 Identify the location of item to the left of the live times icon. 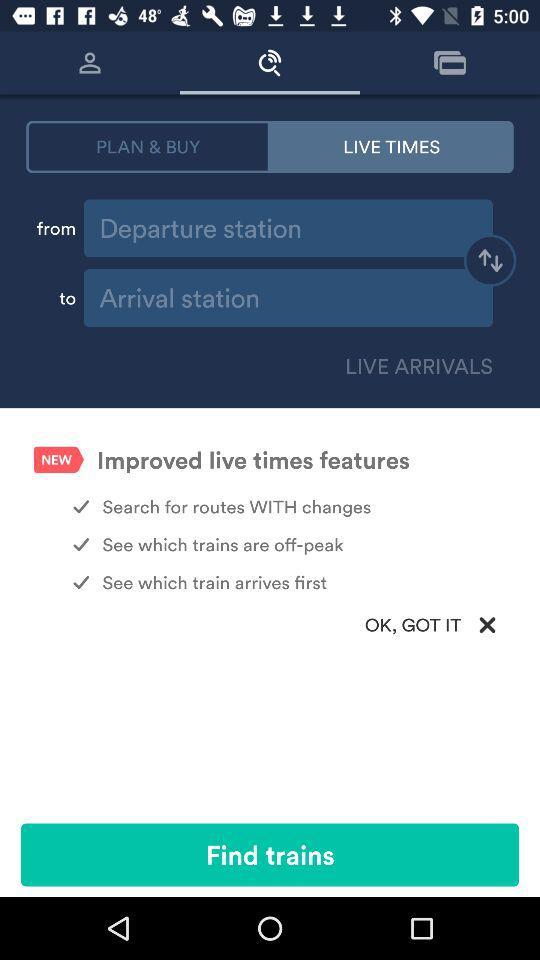
(147, 145).